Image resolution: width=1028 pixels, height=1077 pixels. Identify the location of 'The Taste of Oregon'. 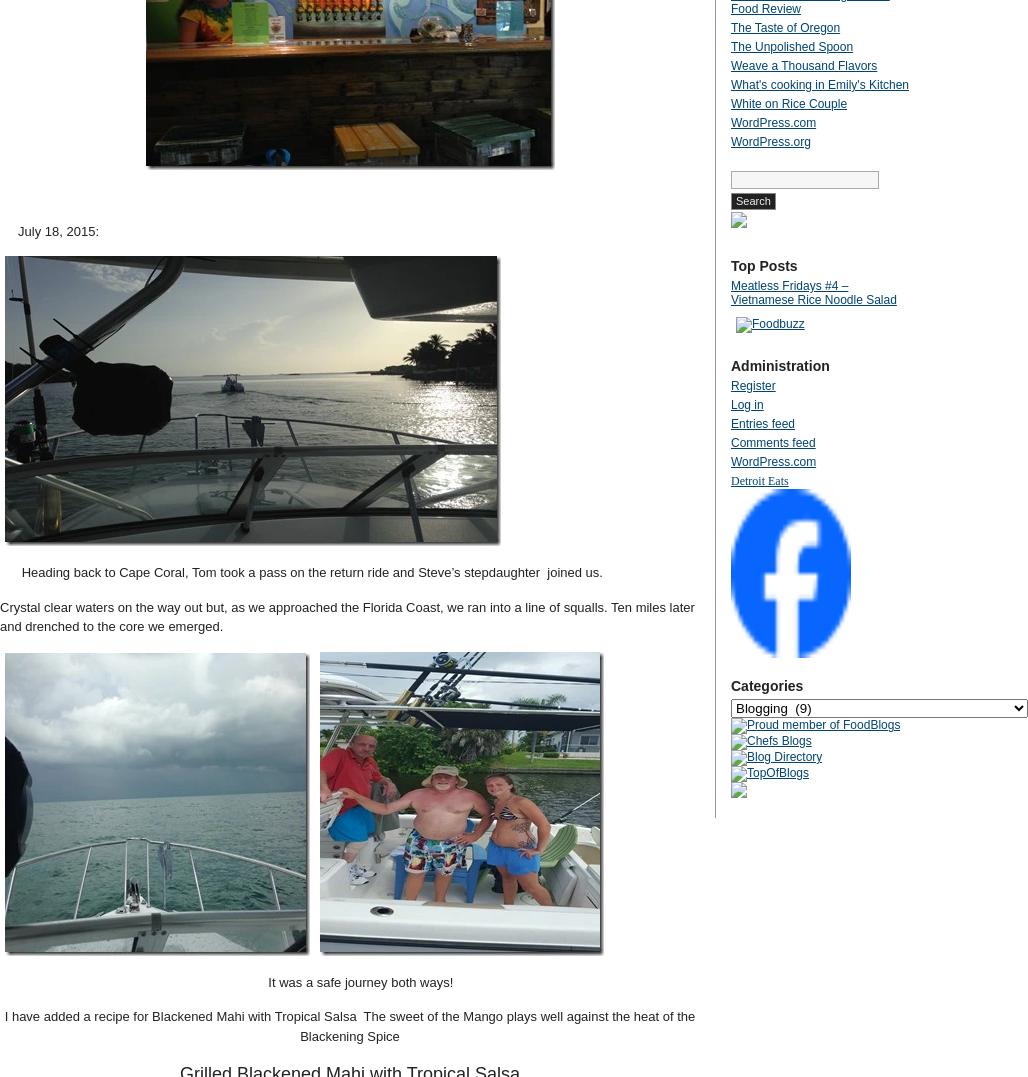
(730, 27).